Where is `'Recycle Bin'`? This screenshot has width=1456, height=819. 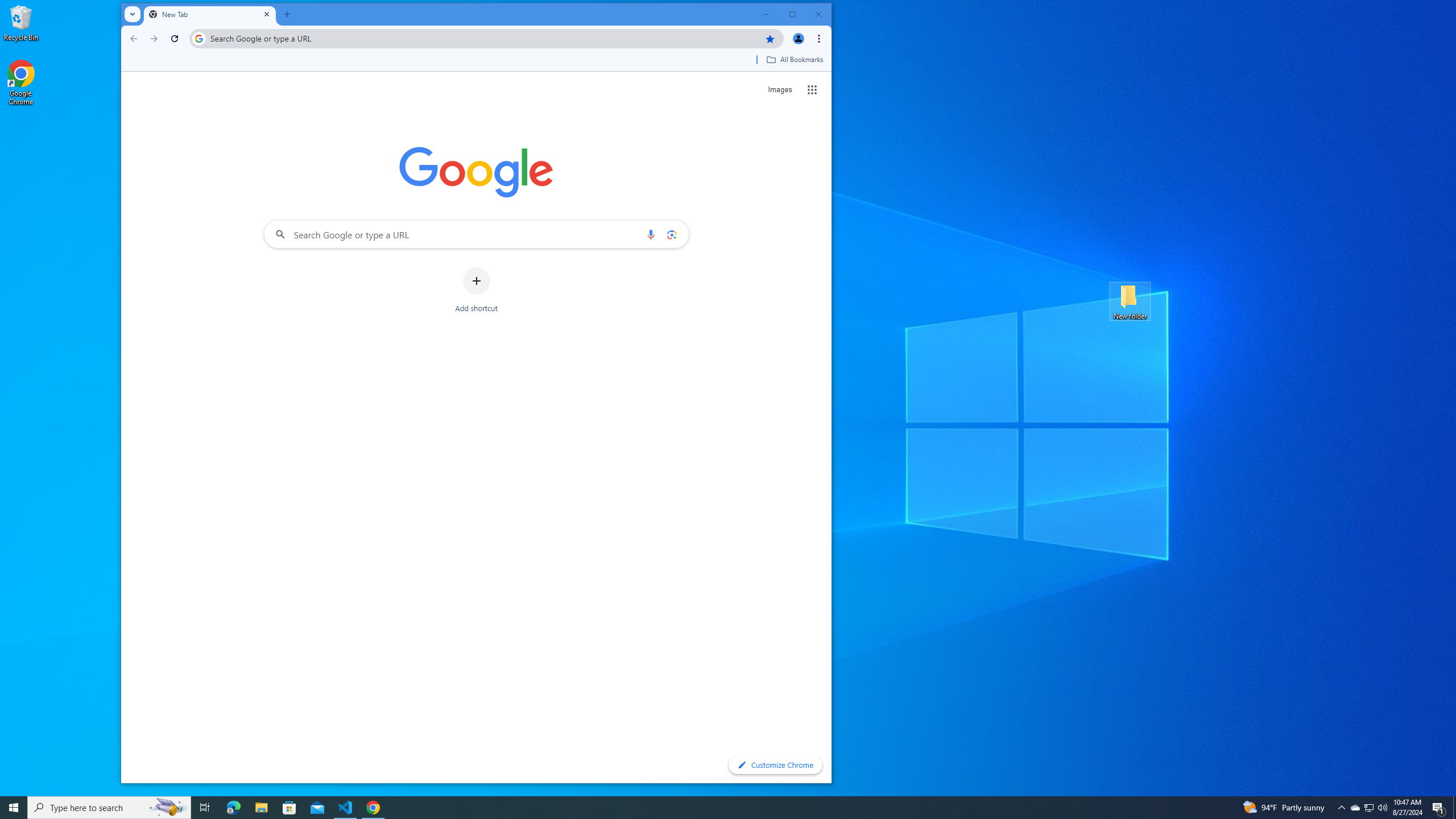
'Recycle Bin' is located at coordinates (20, 22).